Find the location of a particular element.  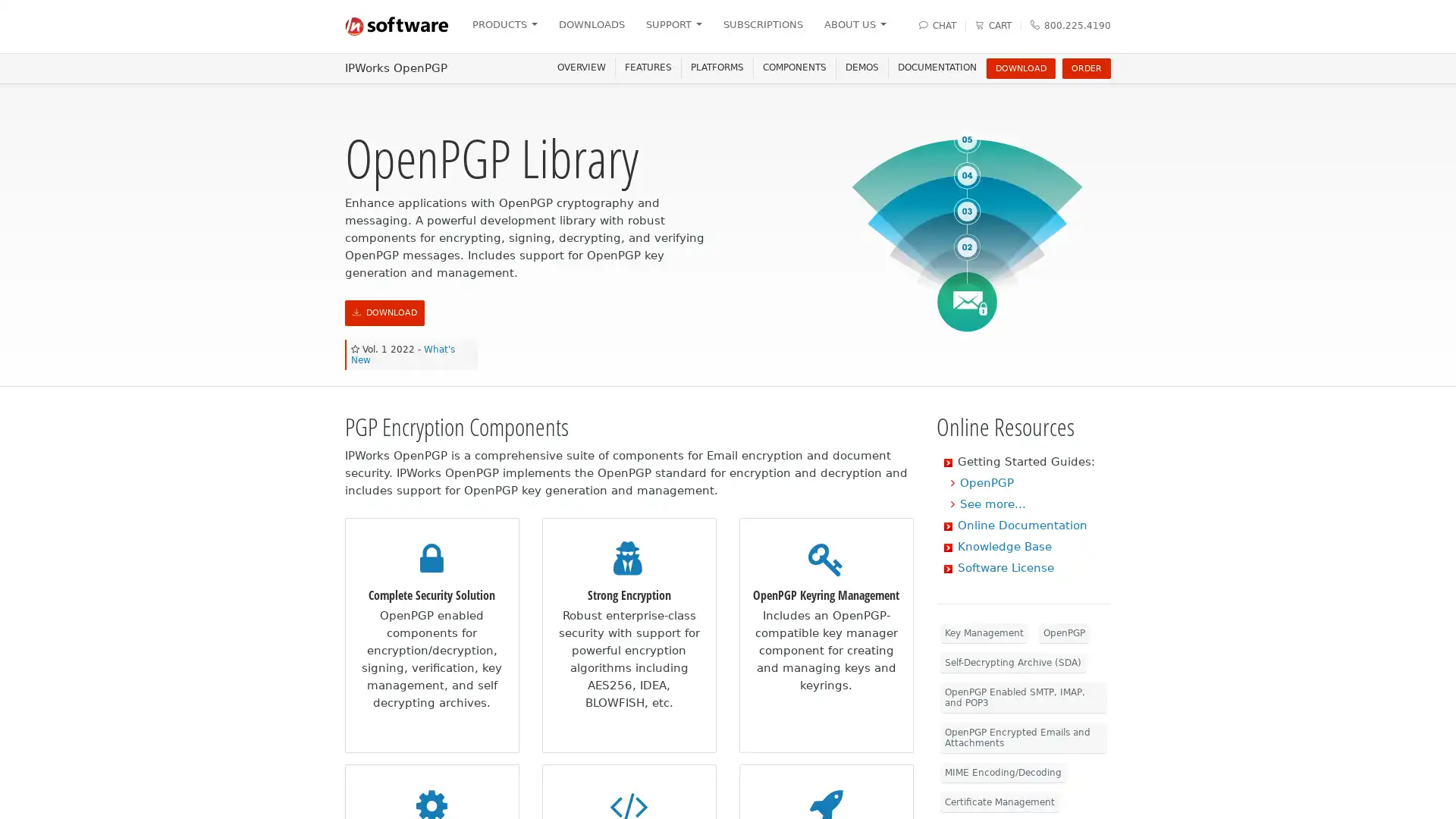

PRODUCTS is located at coordinates (504, 24).